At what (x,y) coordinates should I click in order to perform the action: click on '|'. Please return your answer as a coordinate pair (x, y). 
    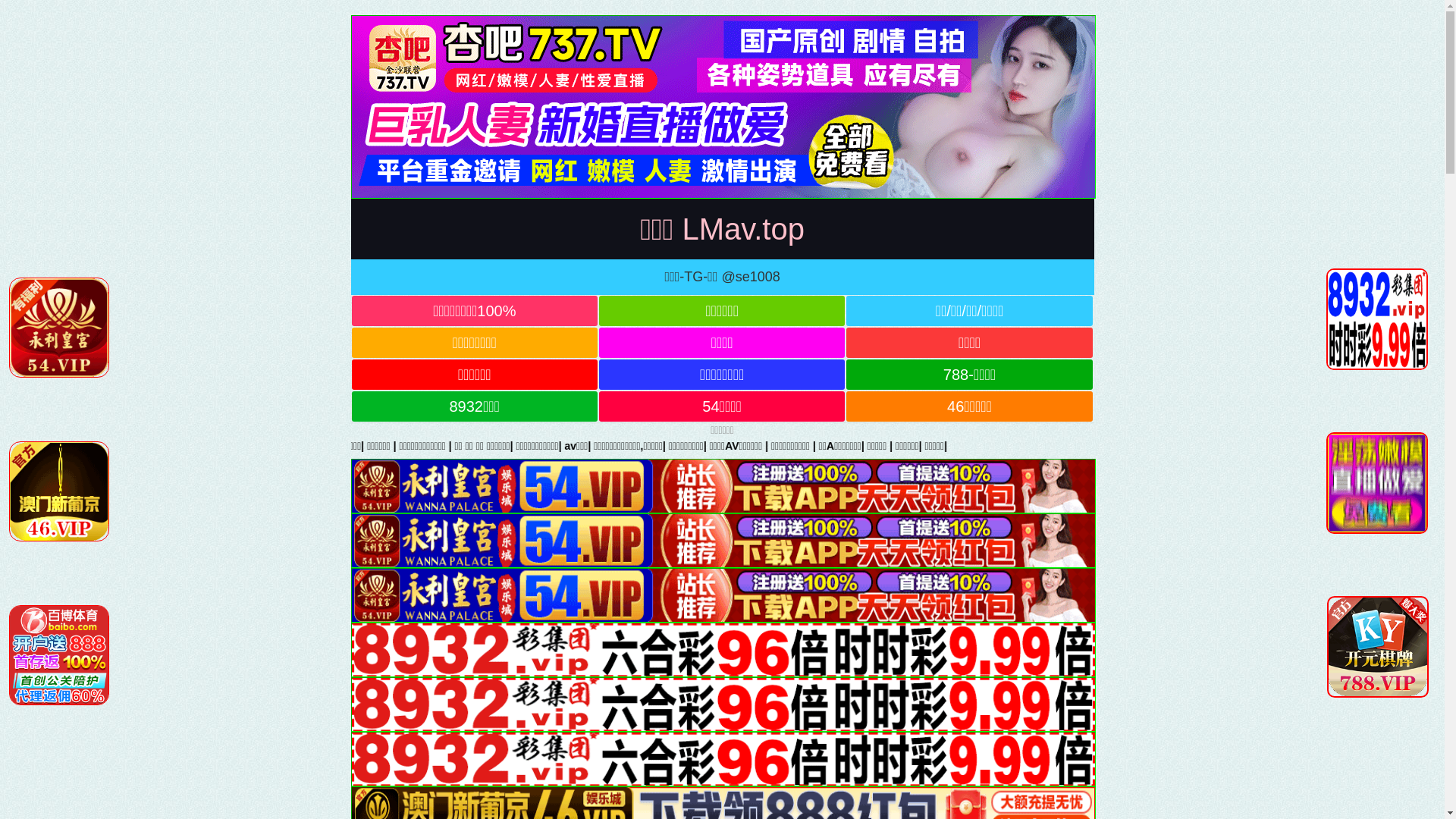
    Looking at the image, I should click on (622, 444).